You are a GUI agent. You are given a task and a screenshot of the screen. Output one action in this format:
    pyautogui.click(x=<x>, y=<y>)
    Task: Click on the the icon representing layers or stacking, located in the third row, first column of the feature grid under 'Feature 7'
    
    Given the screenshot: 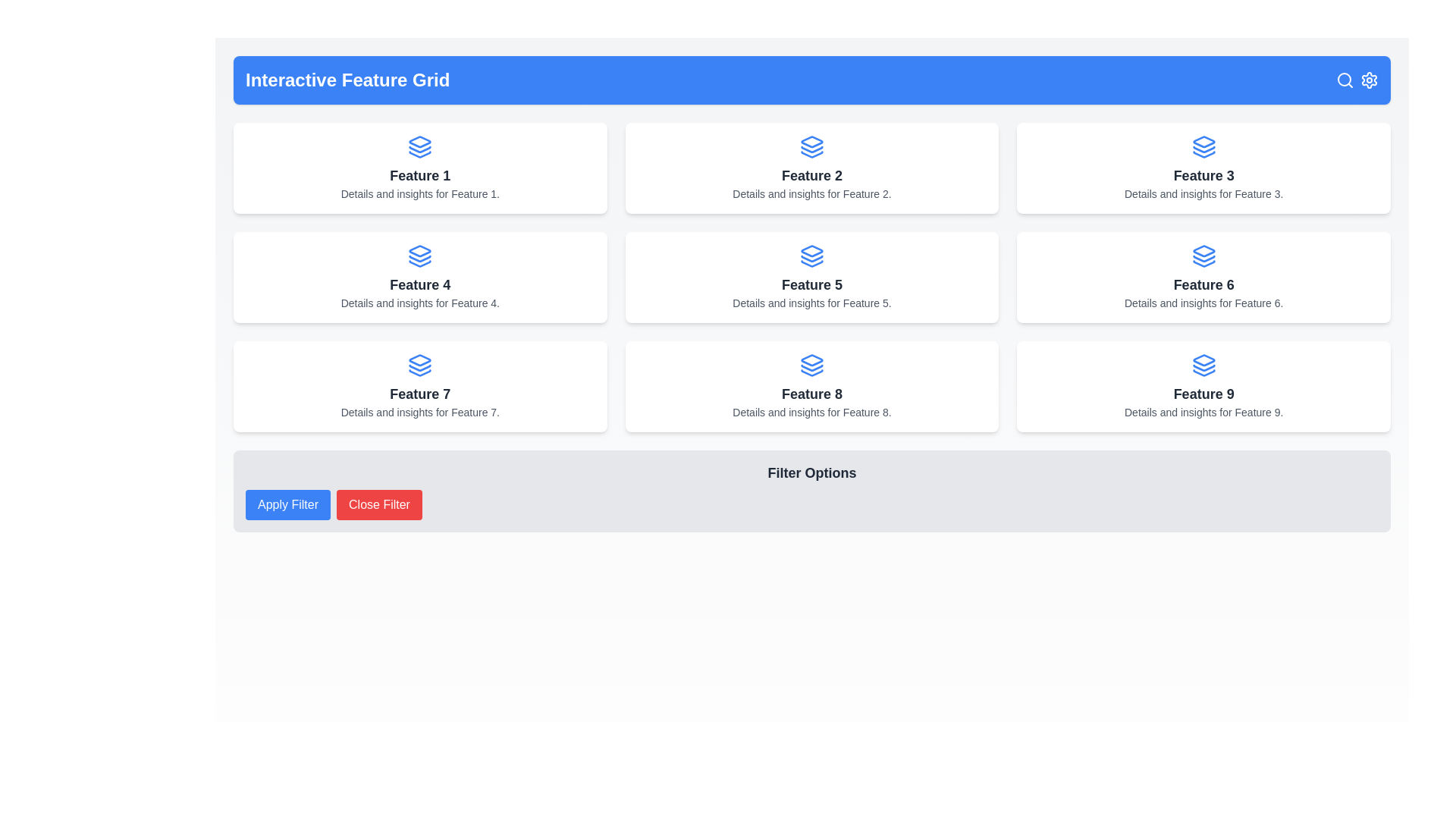 What is the action you would take?
    pyautogui.click(x=420, y=366)
    